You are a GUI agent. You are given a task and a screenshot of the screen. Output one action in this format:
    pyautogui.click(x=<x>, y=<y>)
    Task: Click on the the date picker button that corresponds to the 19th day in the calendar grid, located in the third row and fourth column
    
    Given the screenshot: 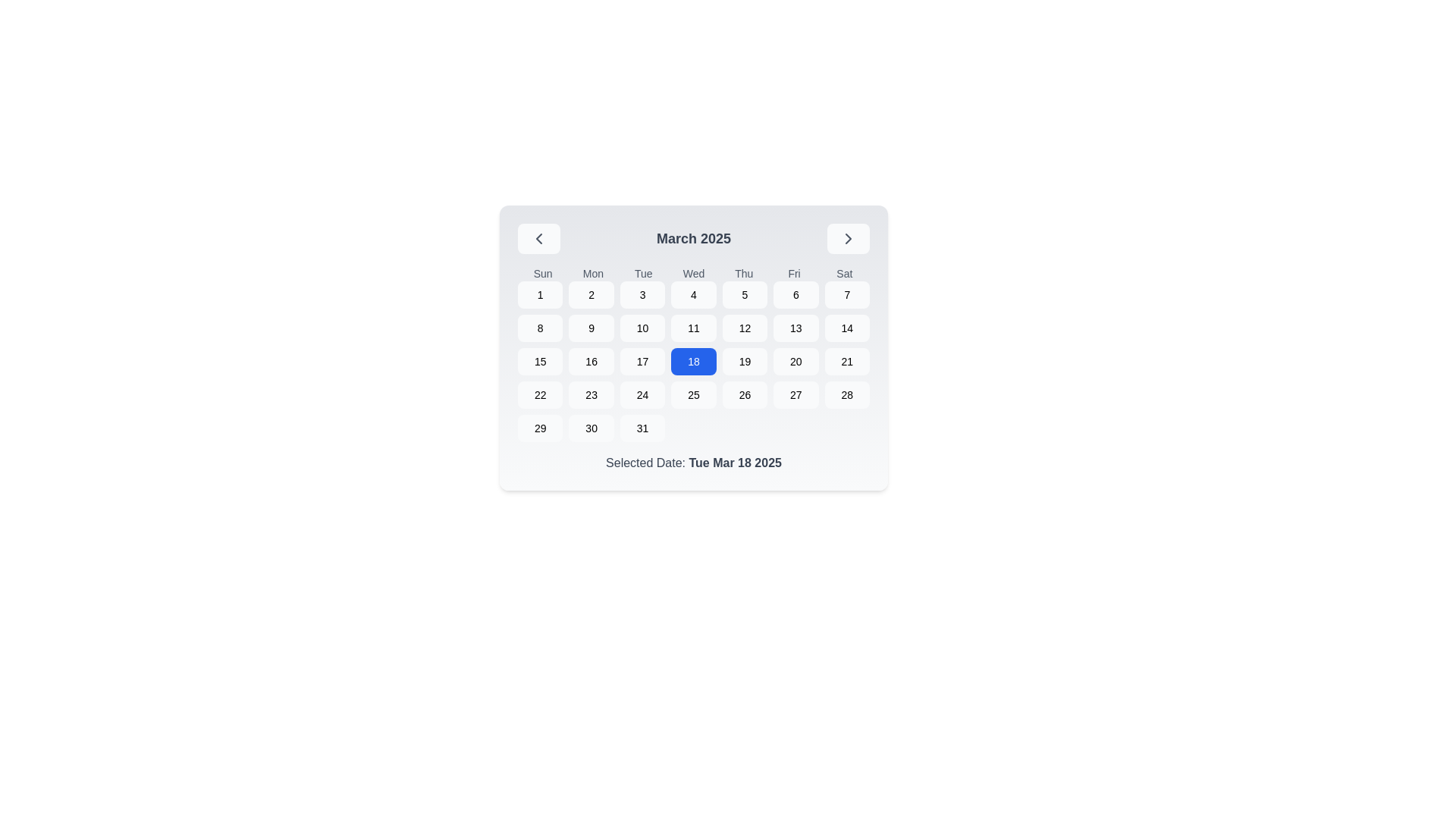 What is the action you would take?
    pyautogui.click(x=745, y=362)
    